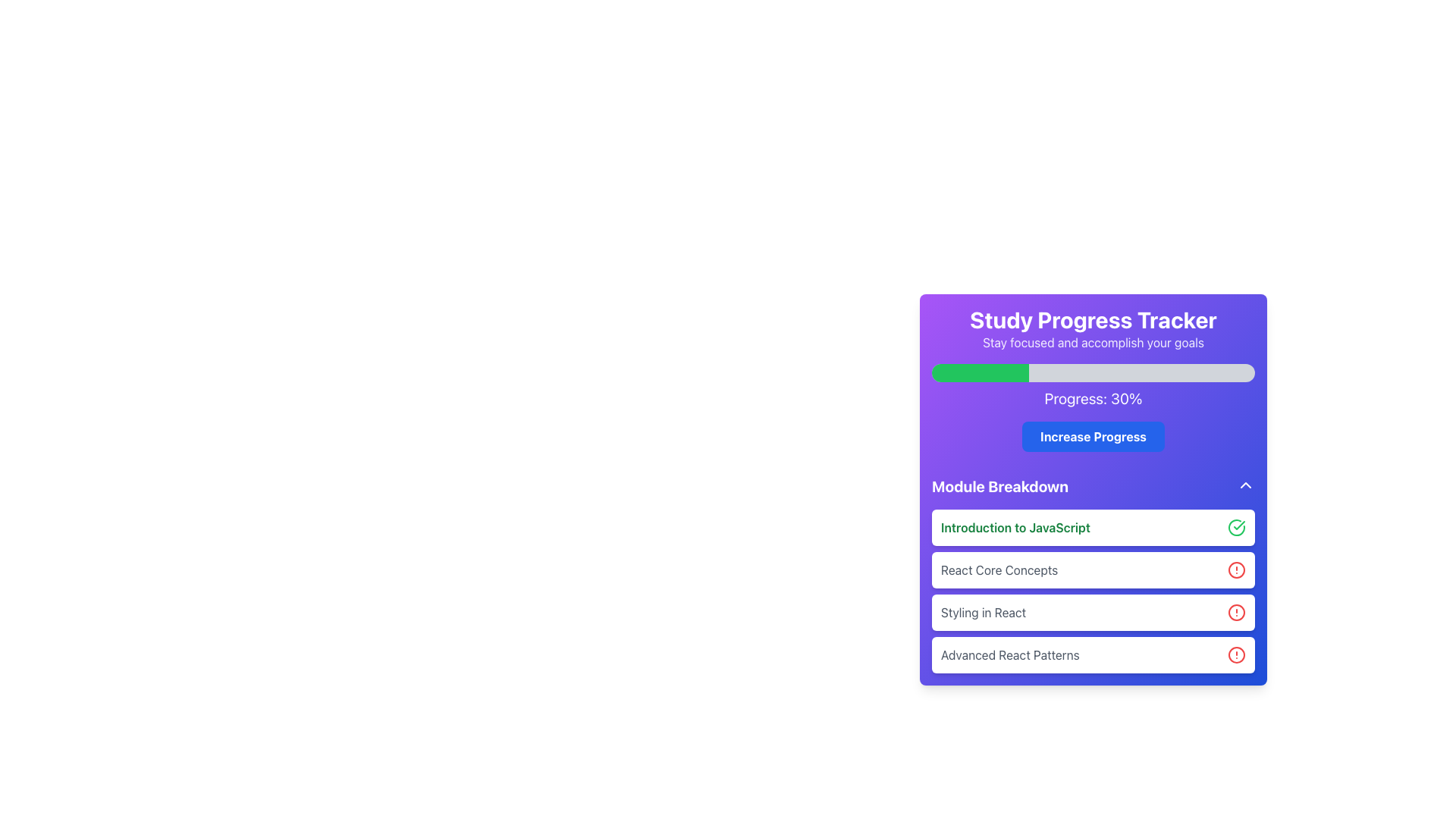 The width and height of the screenshot is (1456, 819). What do you see at coordinates (984, 611) in the screenshot?
I see `the text element displaying 'Styling in React' within the 'Module Breakdown' section, which is the third item in the list` at bounding box center [984, 611].